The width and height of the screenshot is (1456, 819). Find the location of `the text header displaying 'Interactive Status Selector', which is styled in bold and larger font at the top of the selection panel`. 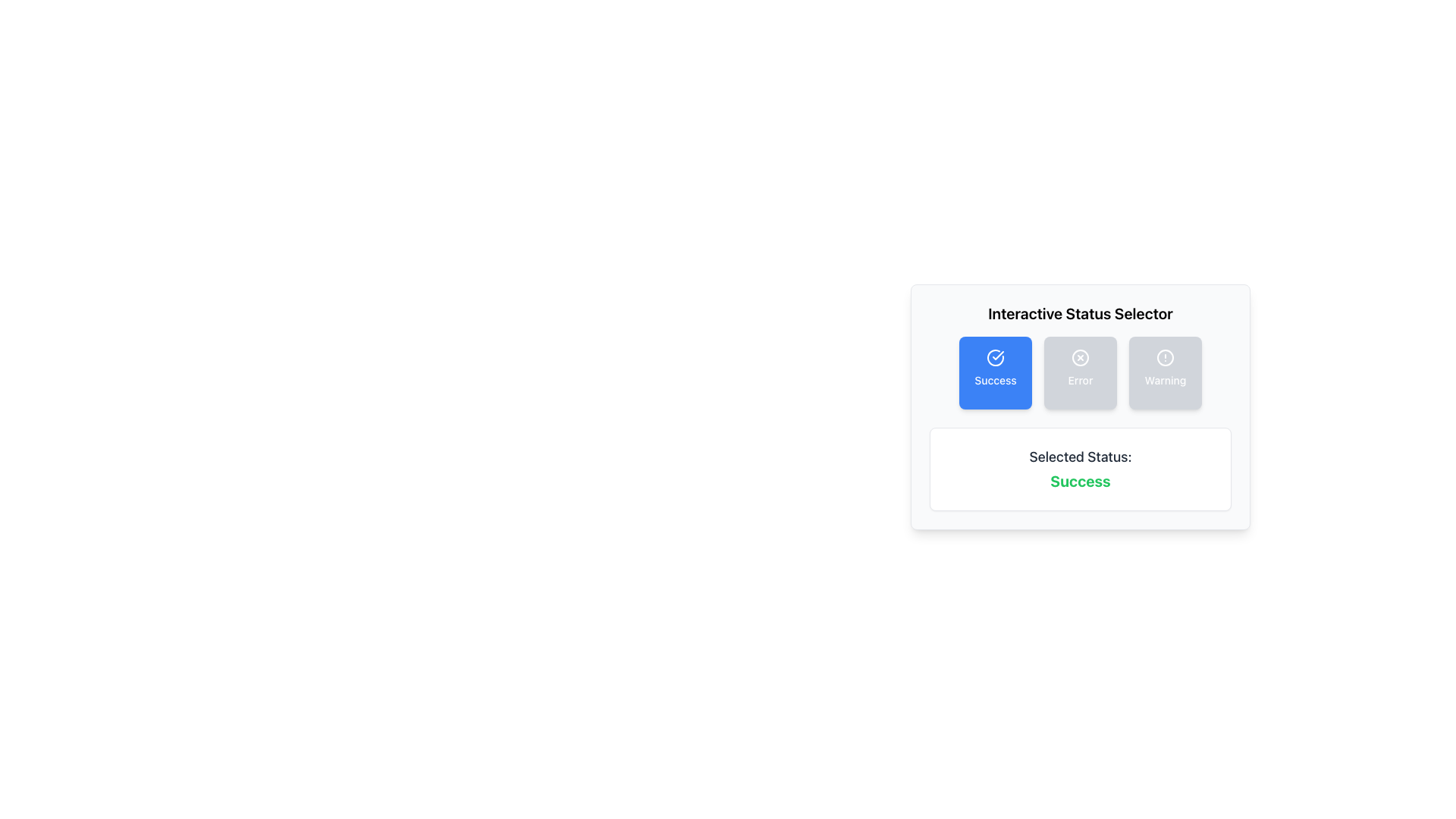

the text header displaying 'Interactive Status Selector', which is styled in bold and larger font at the top of the selection panel is located at coordinates (1080, 312).